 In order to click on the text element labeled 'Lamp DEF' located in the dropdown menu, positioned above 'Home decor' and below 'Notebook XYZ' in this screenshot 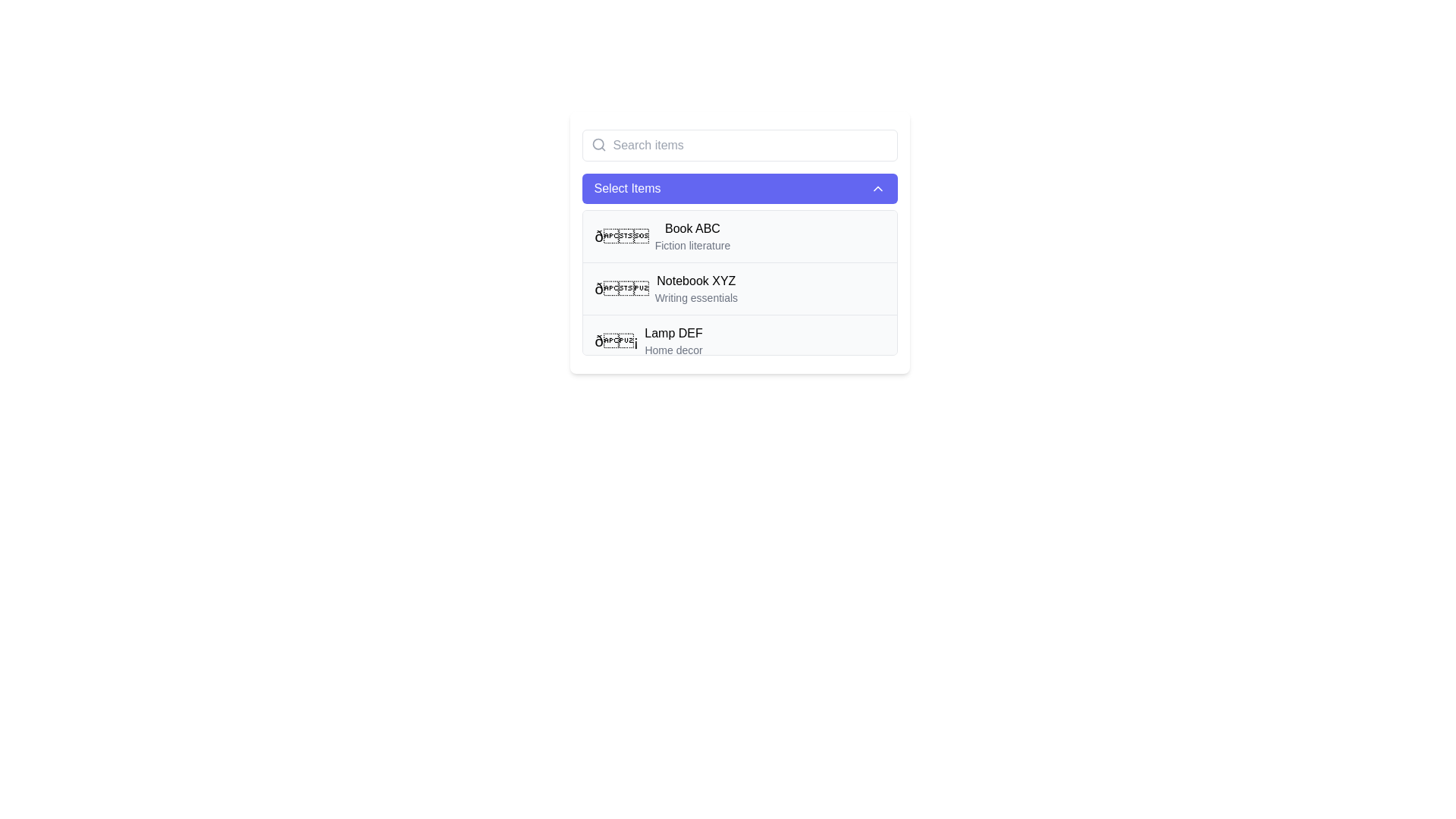, I will do `click(673, 332)`.